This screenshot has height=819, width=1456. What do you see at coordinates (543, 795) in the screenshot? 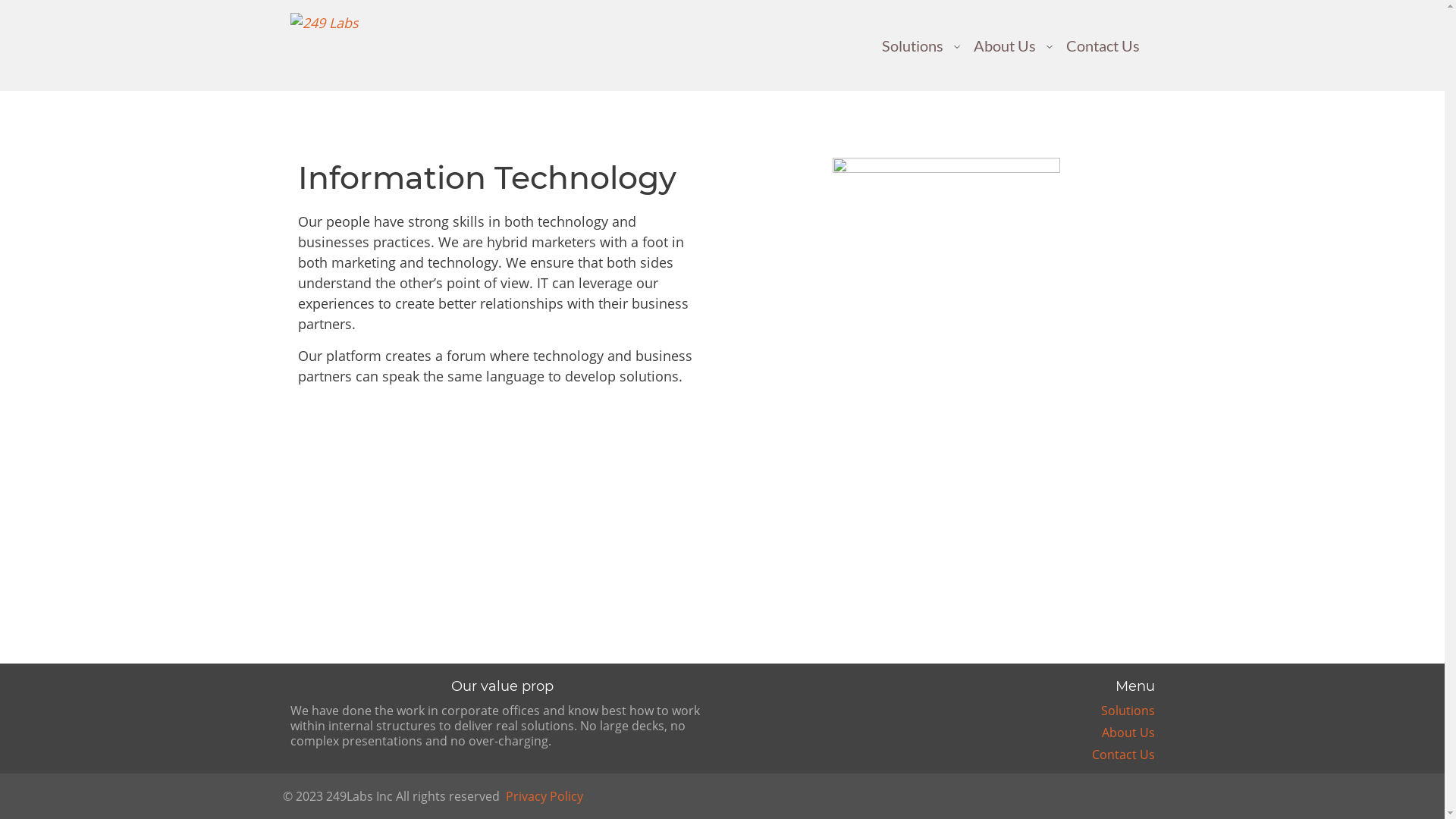
I see `'Privacy Policy'` at bounding box center [543, 795].